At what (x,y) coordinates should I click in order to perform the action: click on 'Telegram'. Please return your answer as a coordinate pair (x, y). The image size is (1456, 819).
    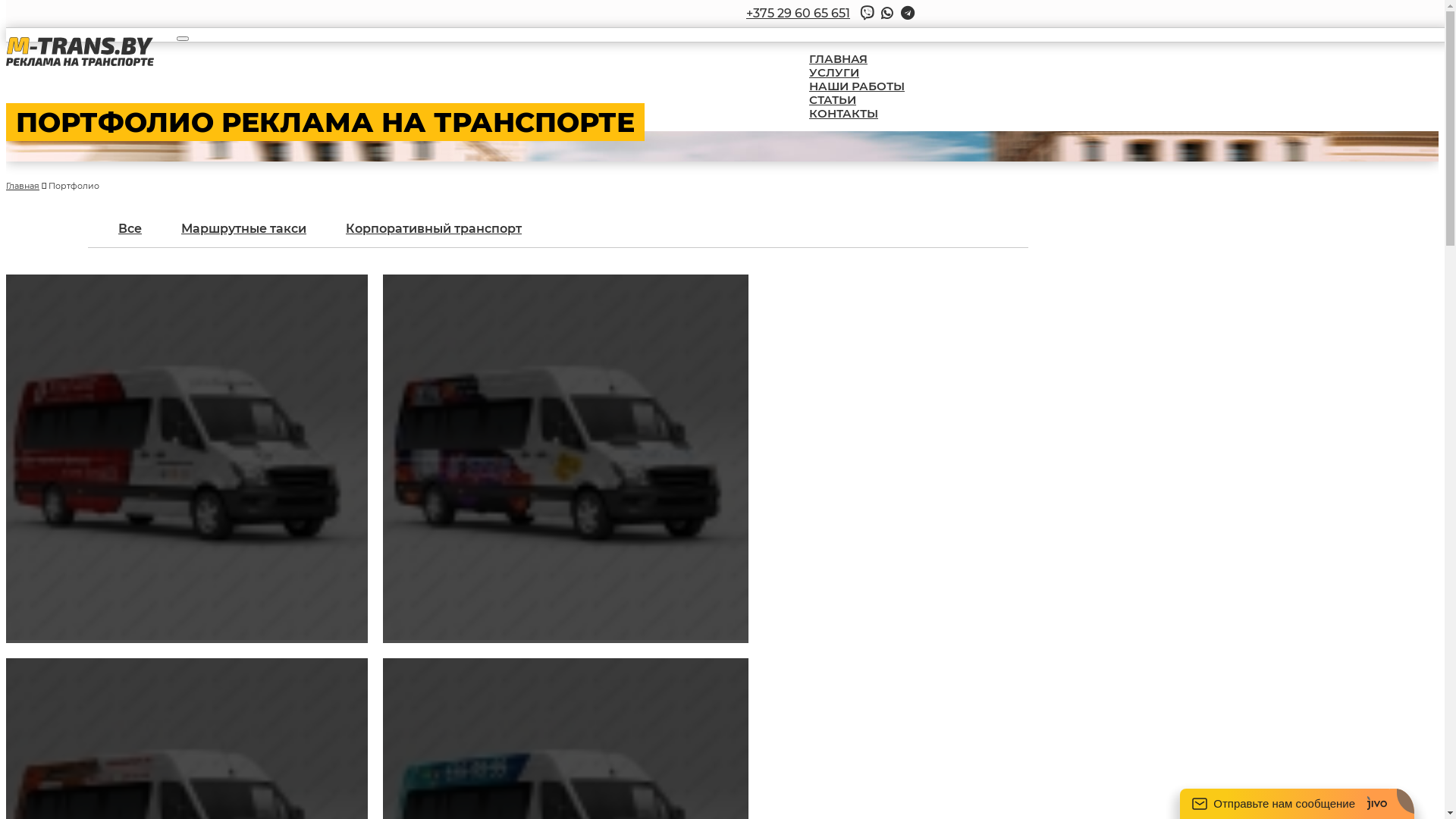
    Looking at the image, I should click on (907, 13).